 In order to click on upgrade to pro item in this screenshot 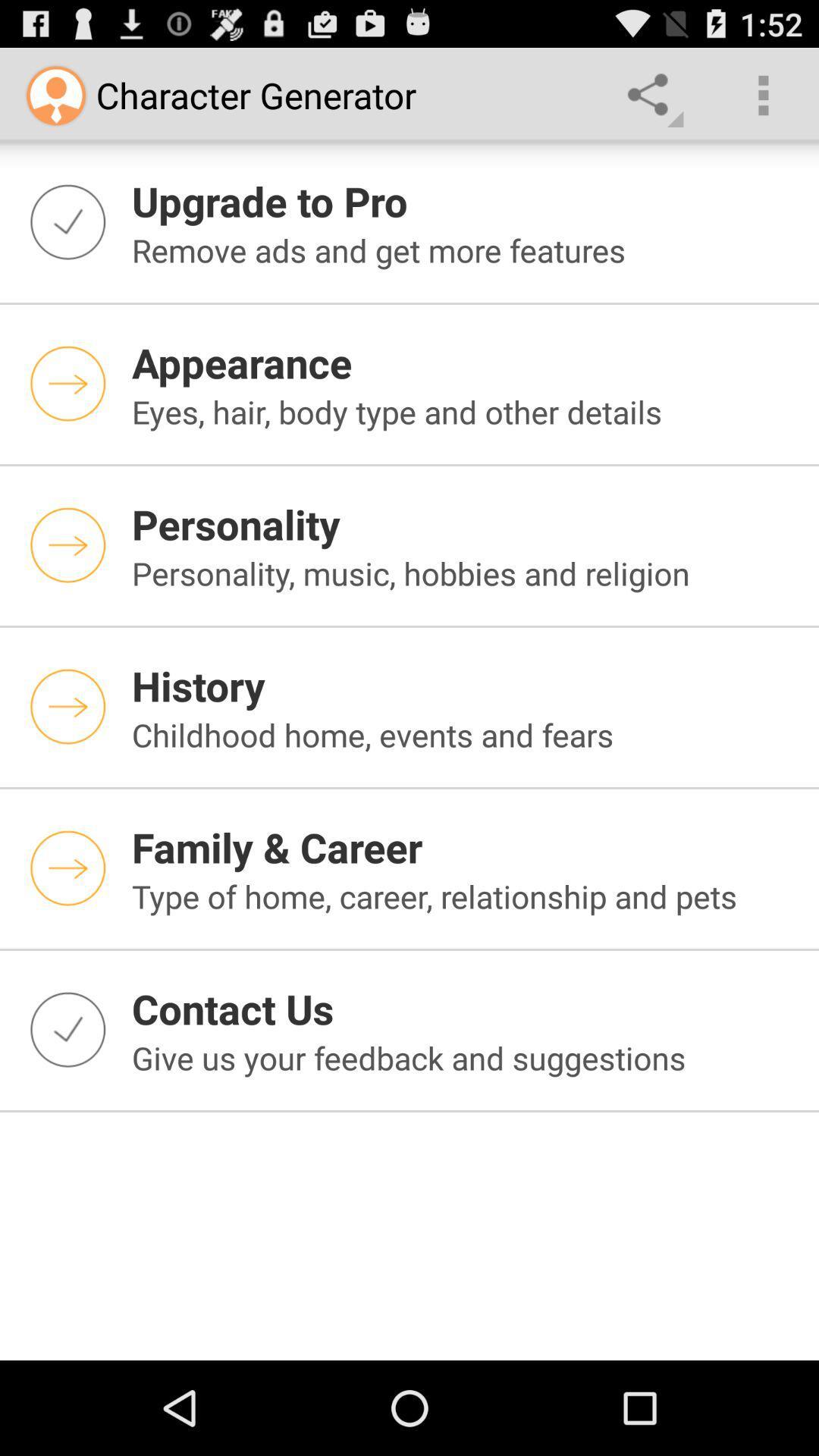, I will do `click(465, 200)`.